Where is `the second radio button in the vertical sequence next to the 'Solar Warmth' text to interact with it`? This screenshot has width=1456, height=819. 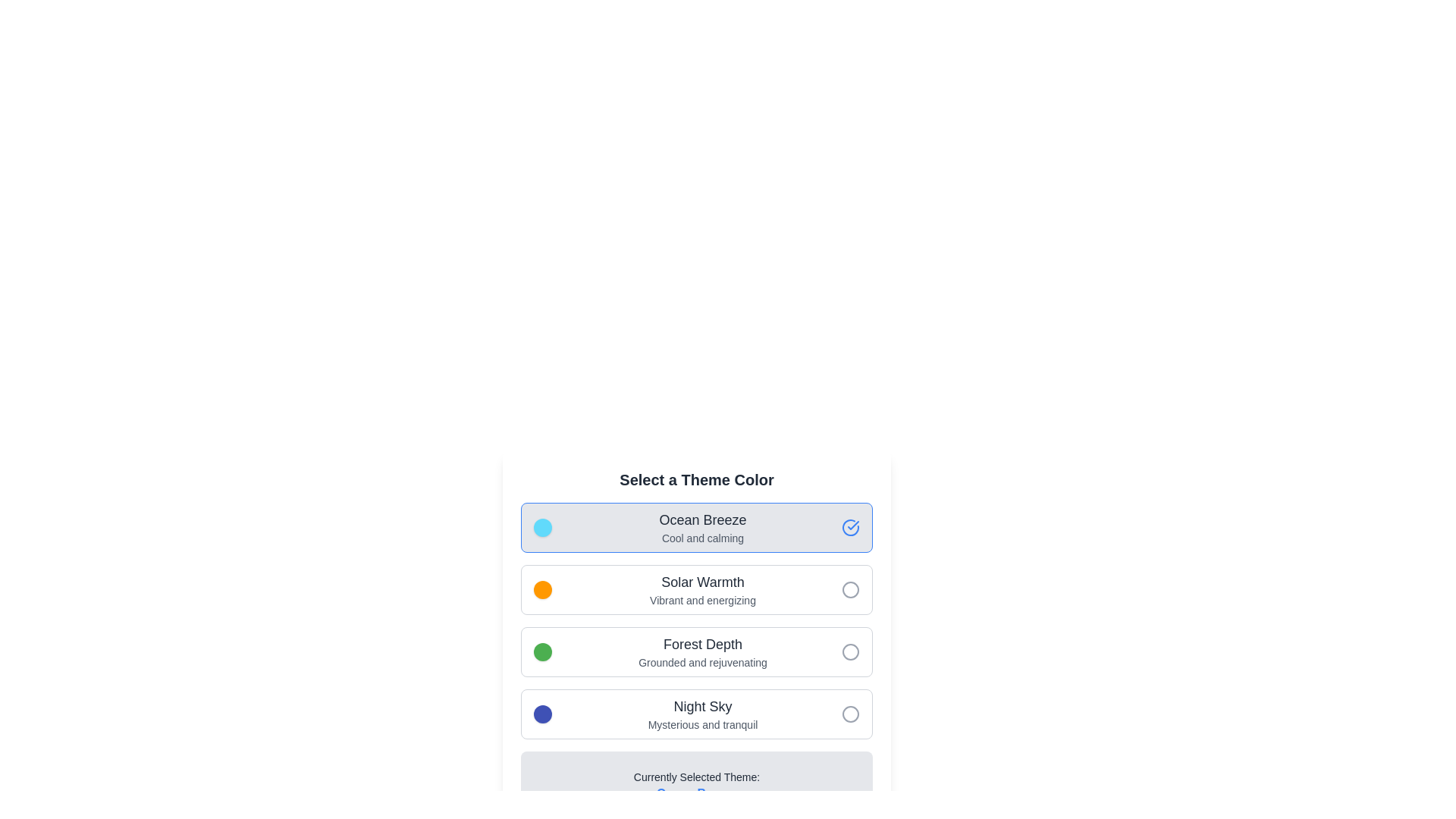 the second radio button in the vertical sequence next to the 'Solar Warmth' text to interact with it is located at coordinates (851, 589).